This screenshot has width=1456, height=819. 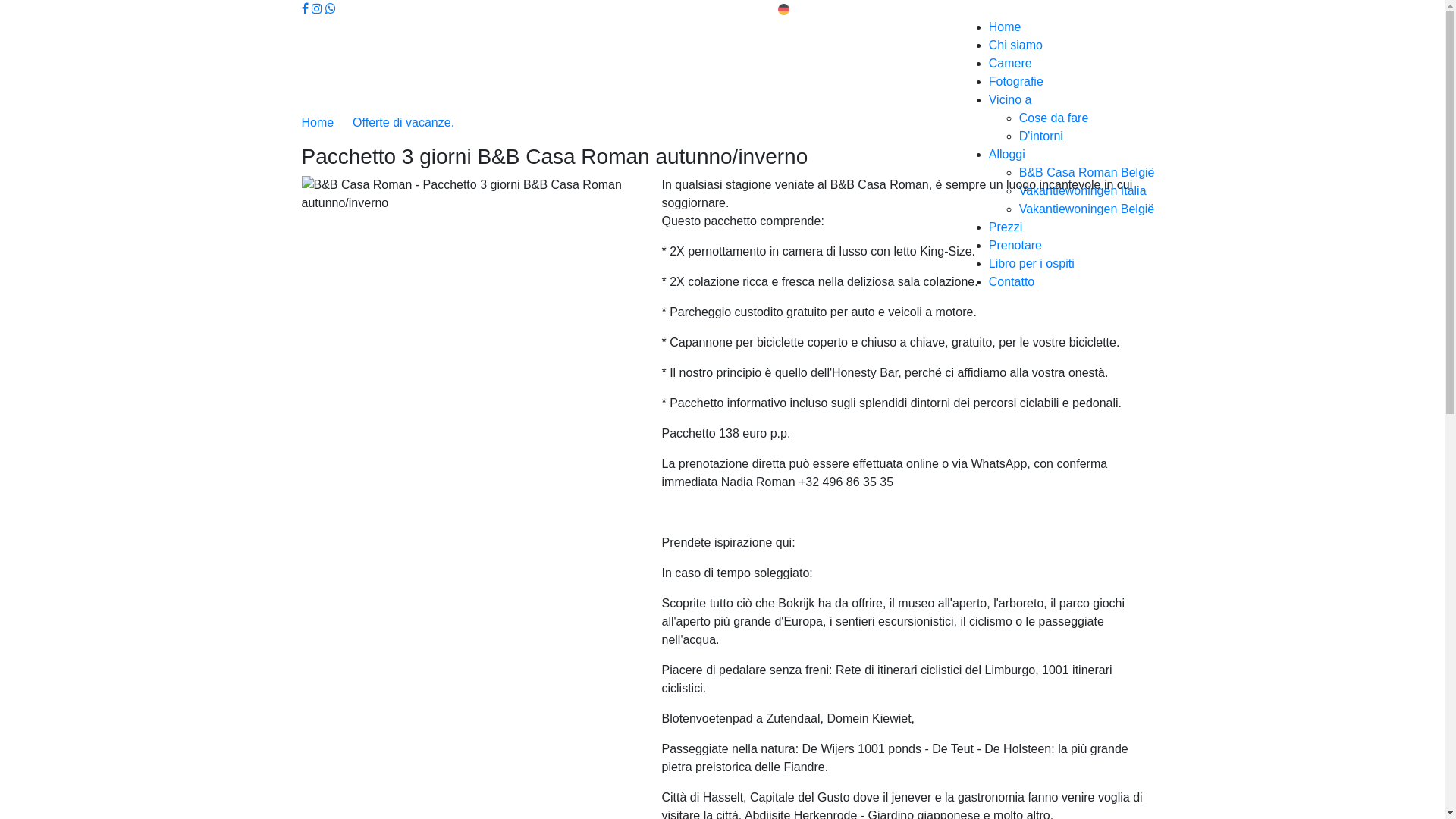 I want to click on 'Prenotare', so click(x=1015, y=244).